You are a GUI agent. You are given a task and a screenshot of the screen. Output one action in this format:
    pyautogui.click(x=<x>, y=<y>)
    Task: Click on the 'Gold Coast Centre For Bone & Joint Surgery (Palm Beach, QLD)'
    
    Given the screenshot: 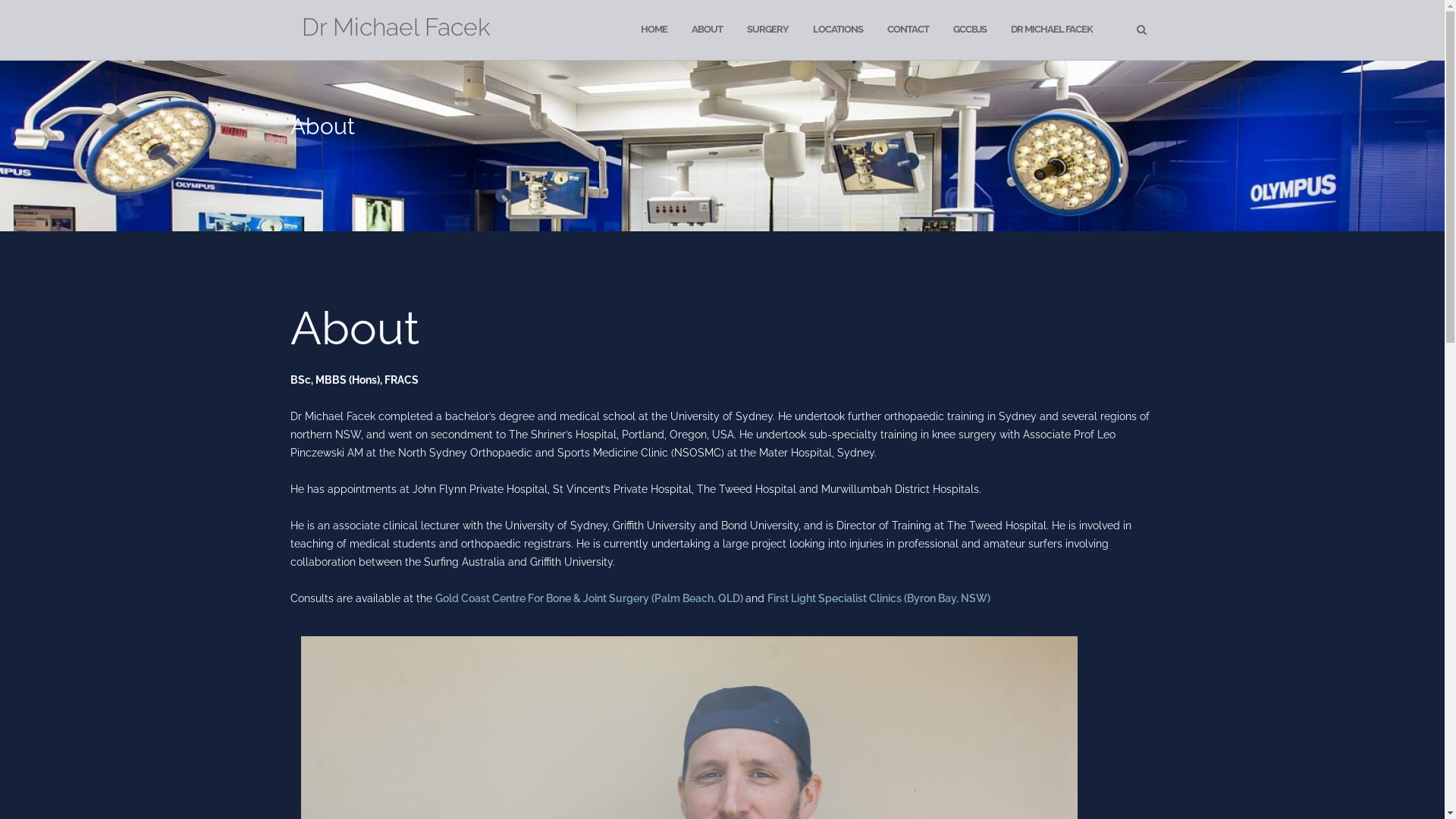 What is the action you would take?
    pyautogui.click(x=589, y=598)
    